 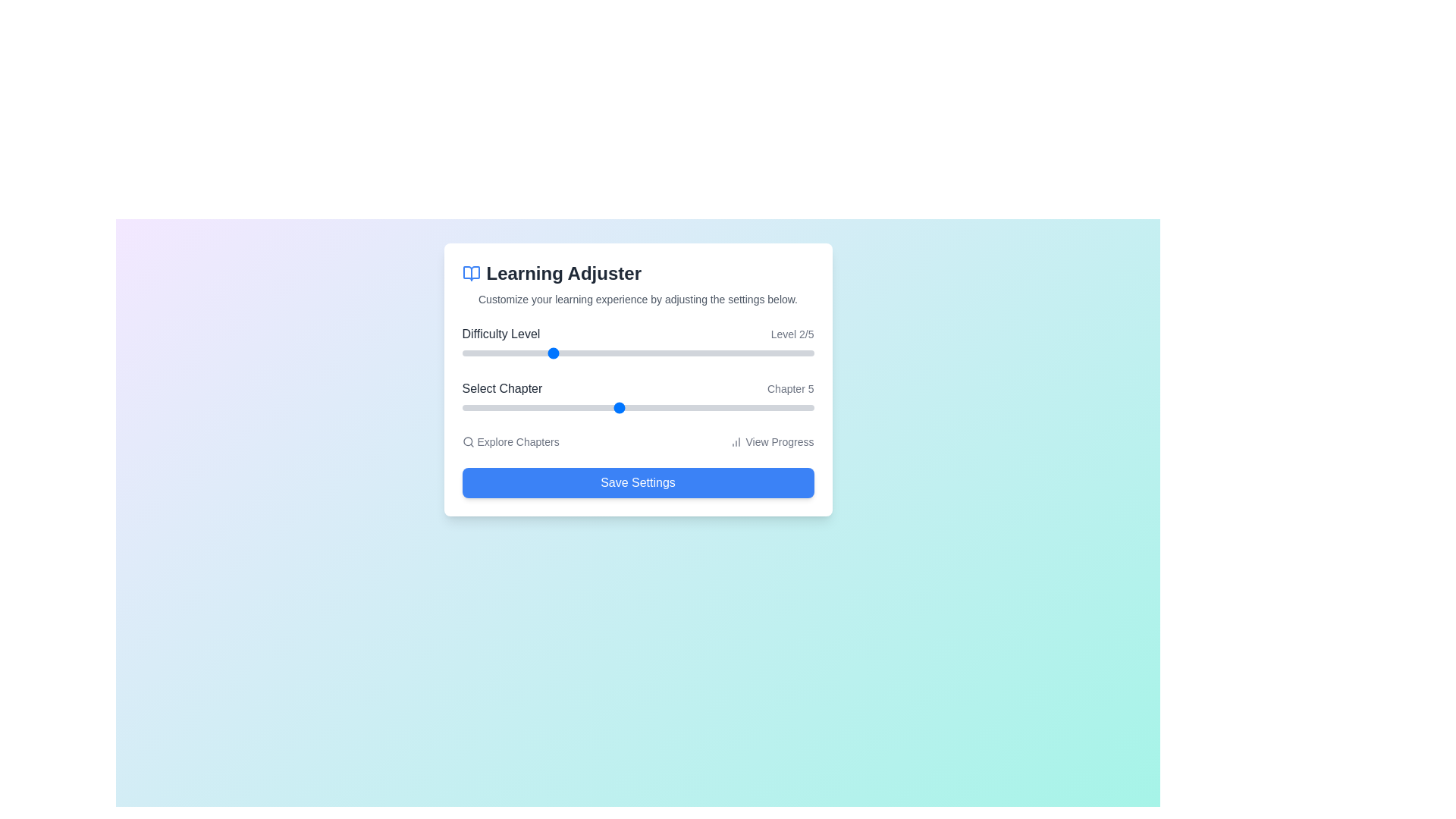 What do you see at coordinates (461, 406) in the screenshot?
I see `the chapter` at bounding box center [461, 406].